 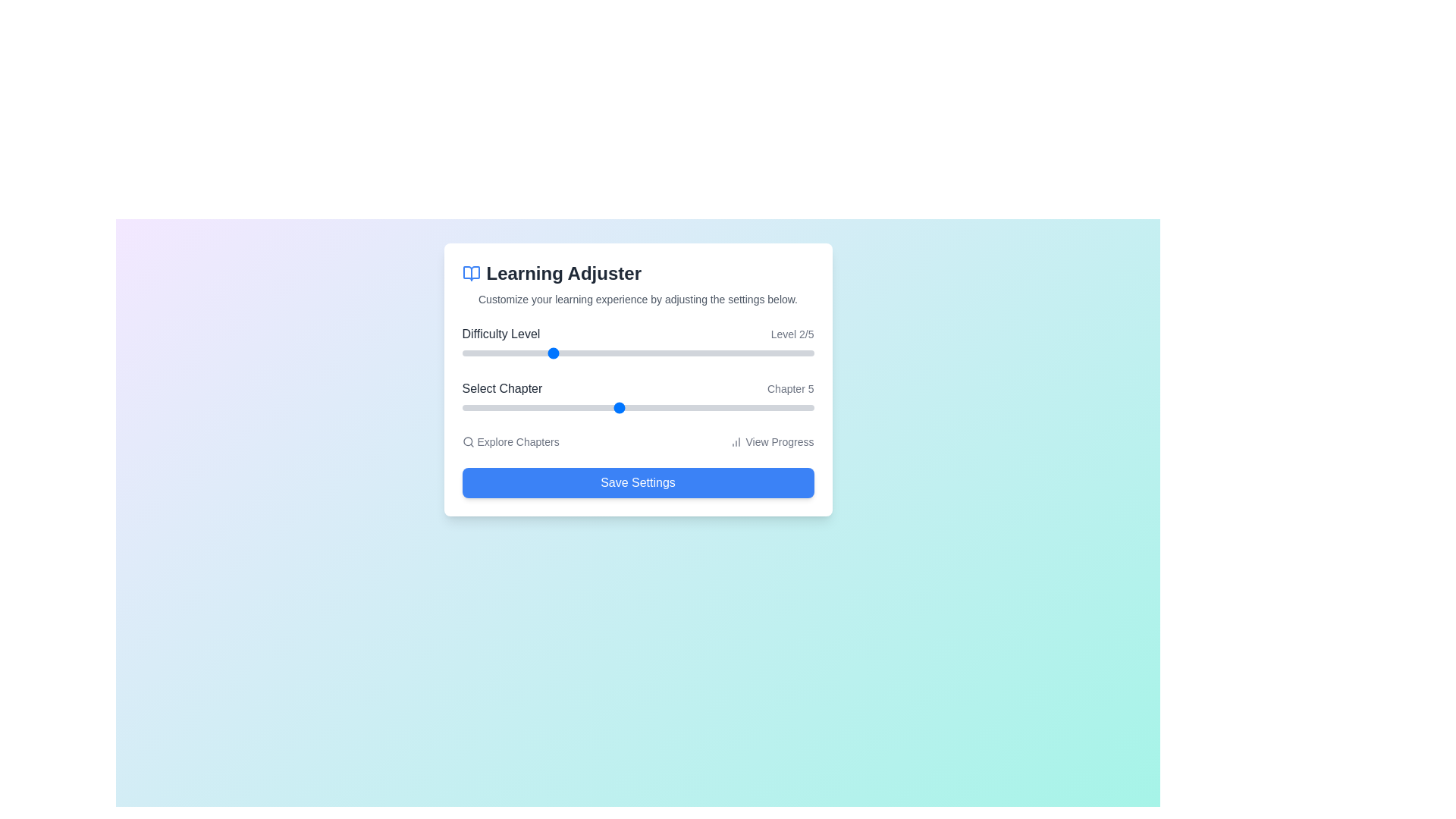 What do you see at coordinates (461, 406) in the screenshot?
I see `the chapter` at bounding box center [461, 406].